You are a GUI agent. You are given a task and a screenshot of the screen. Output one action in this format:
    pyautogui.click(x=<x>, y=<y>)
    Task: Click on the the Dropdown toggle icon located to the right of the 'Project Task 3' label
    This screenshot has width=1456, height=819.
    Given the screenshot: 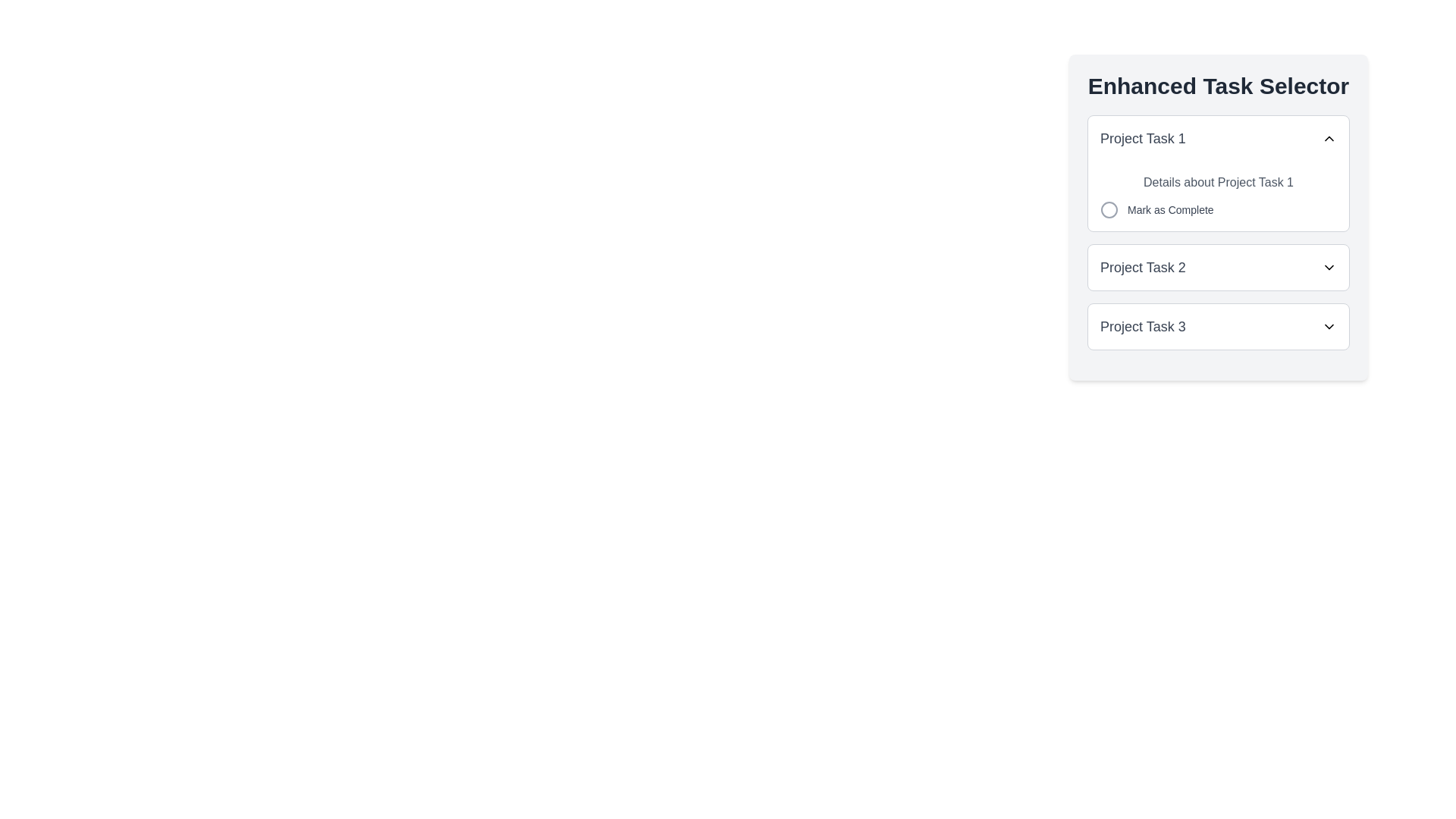 What is the action you would take?
    pyautogui.click(x=1328, y=326)
    